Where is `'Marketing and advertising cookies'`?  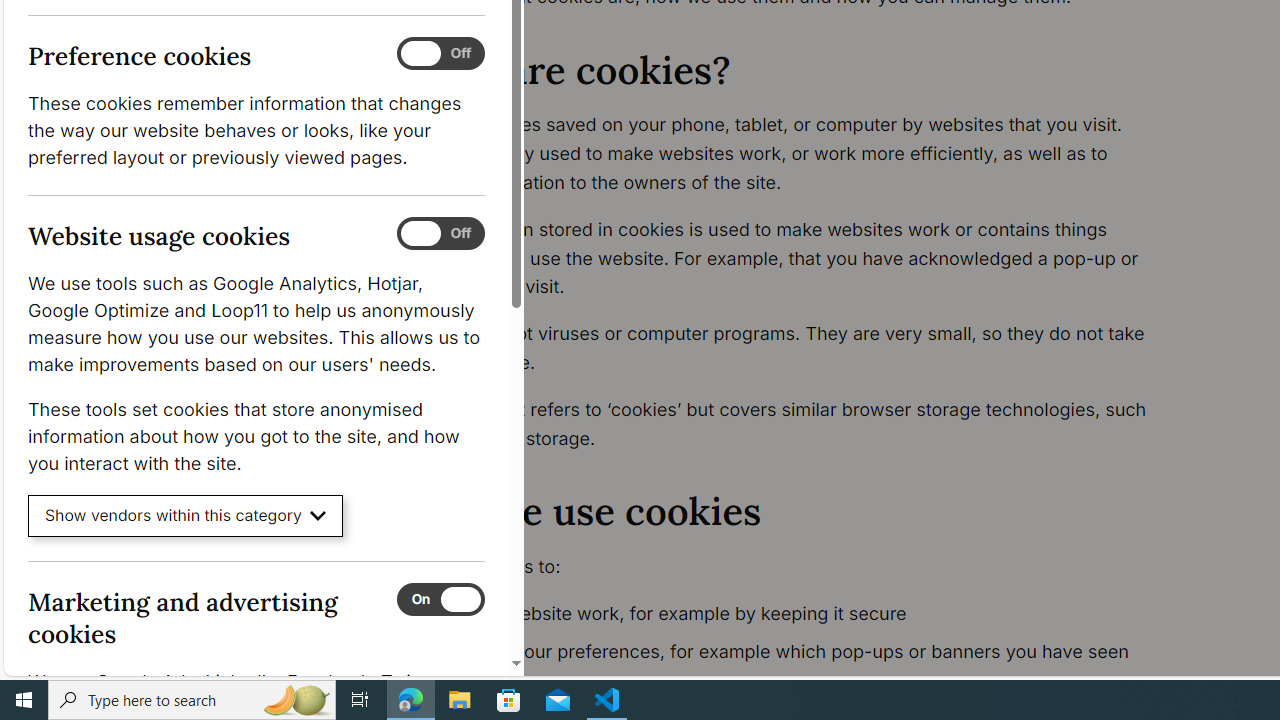 'Marketing and advertising cookies' is located at coordinates (439, 598).